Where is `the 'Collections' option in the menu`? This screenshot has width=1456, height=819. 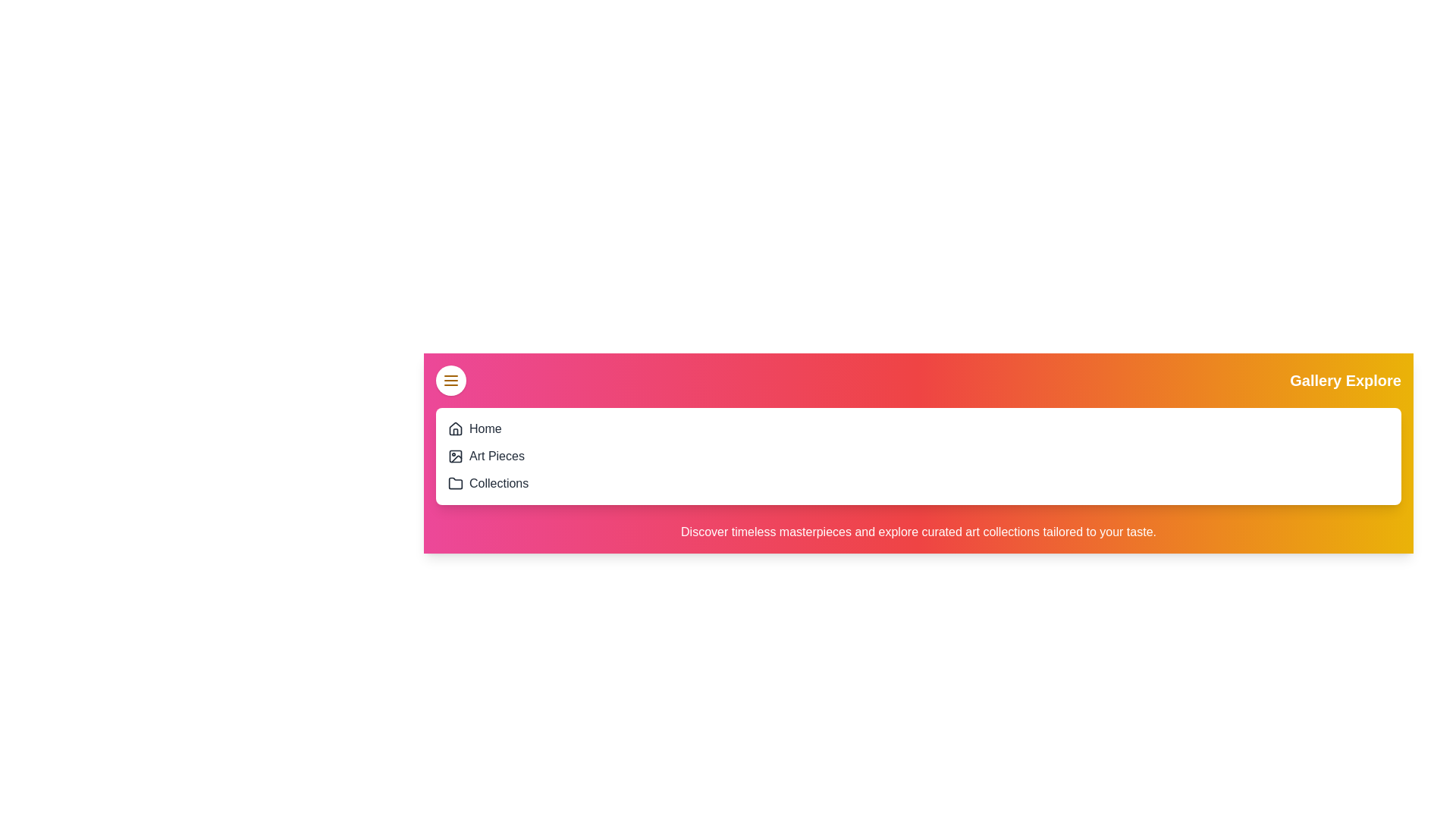
the 'Collections' option in the menu is located at coordinates (498, 483).